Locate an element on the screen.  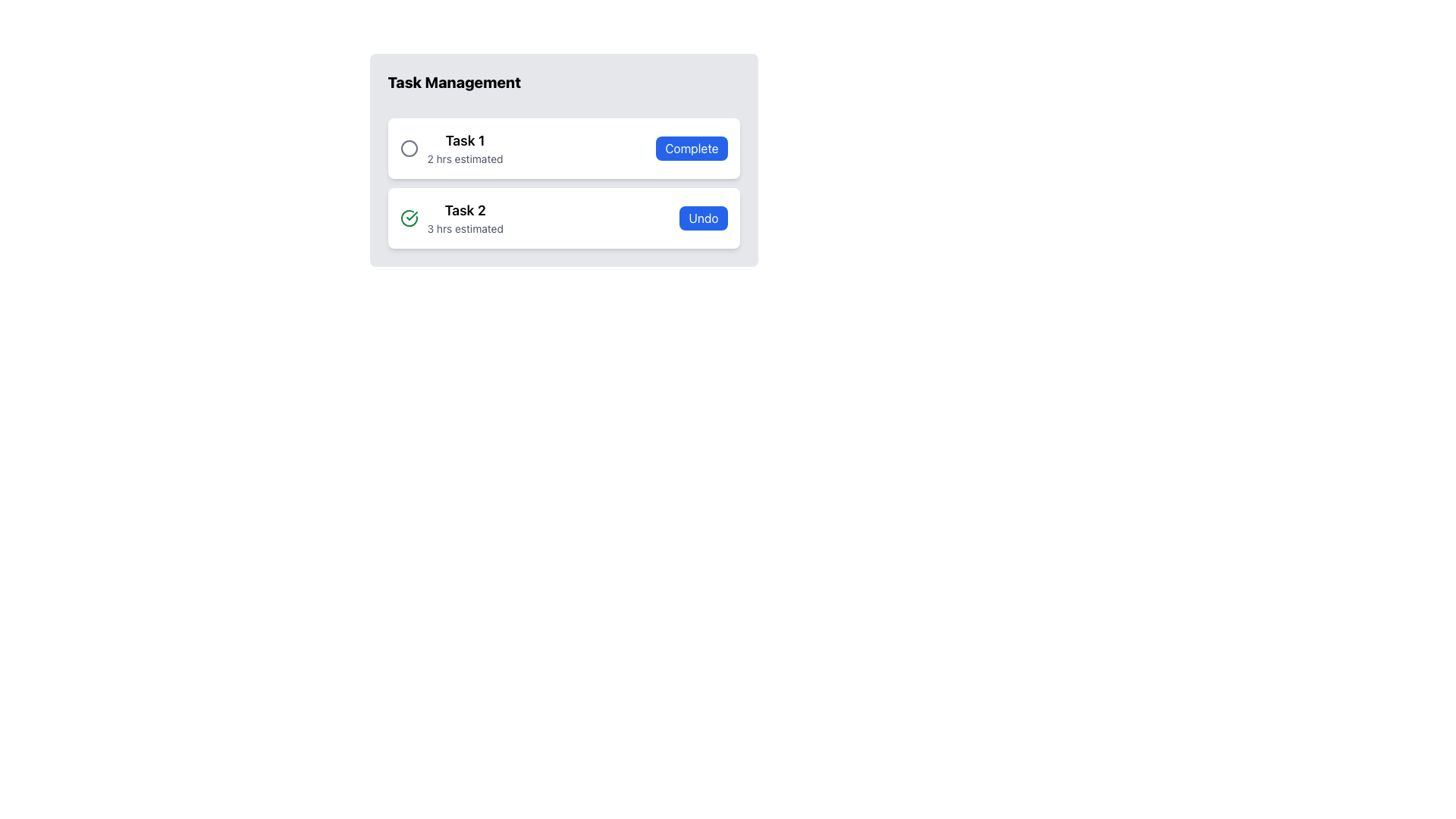
task information displayed in the text element for 'Task 1' which includes its title and estimated duration located within the first item of the list in the task management interface is located at coordinates (450, 149).